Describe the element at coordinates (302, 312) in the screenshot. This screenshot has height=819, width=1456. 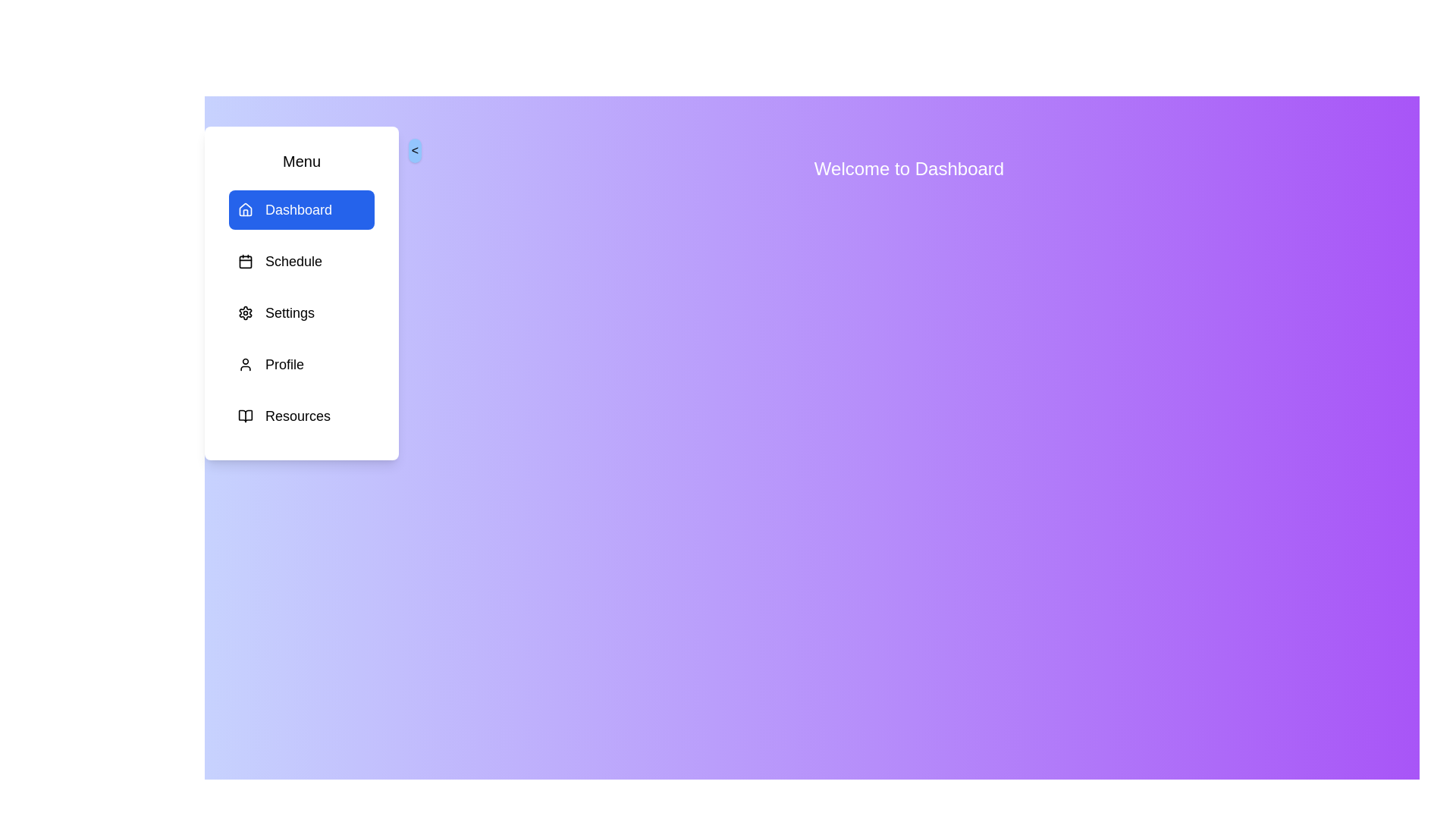
I see `the menu item Settings to observe its hover effect` at that location.